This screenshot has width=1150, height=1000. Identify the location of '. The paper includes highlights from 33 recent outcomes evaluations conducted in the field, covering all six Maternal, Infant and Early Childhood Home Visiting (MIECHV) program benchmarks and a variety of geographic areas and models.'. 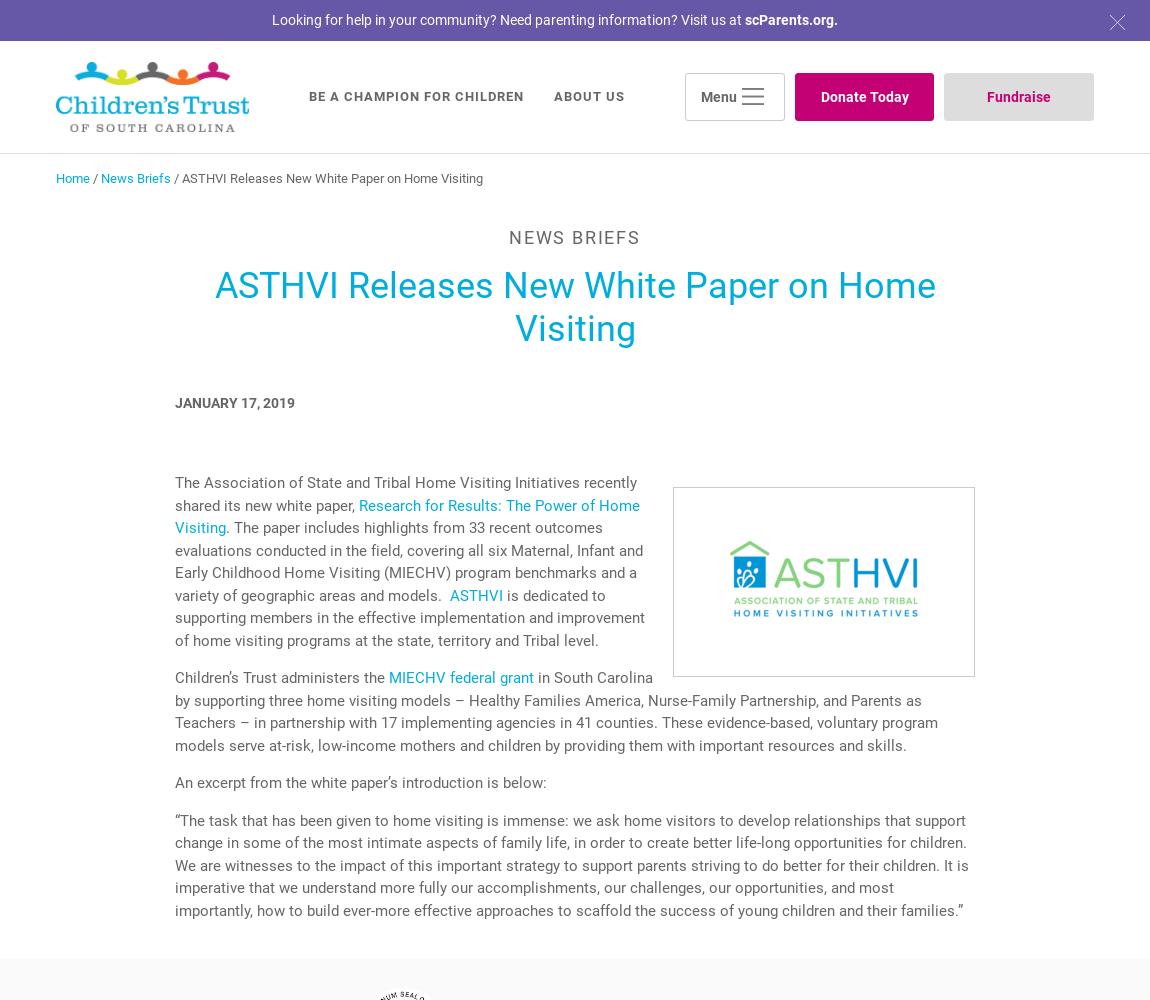
(174, 561).